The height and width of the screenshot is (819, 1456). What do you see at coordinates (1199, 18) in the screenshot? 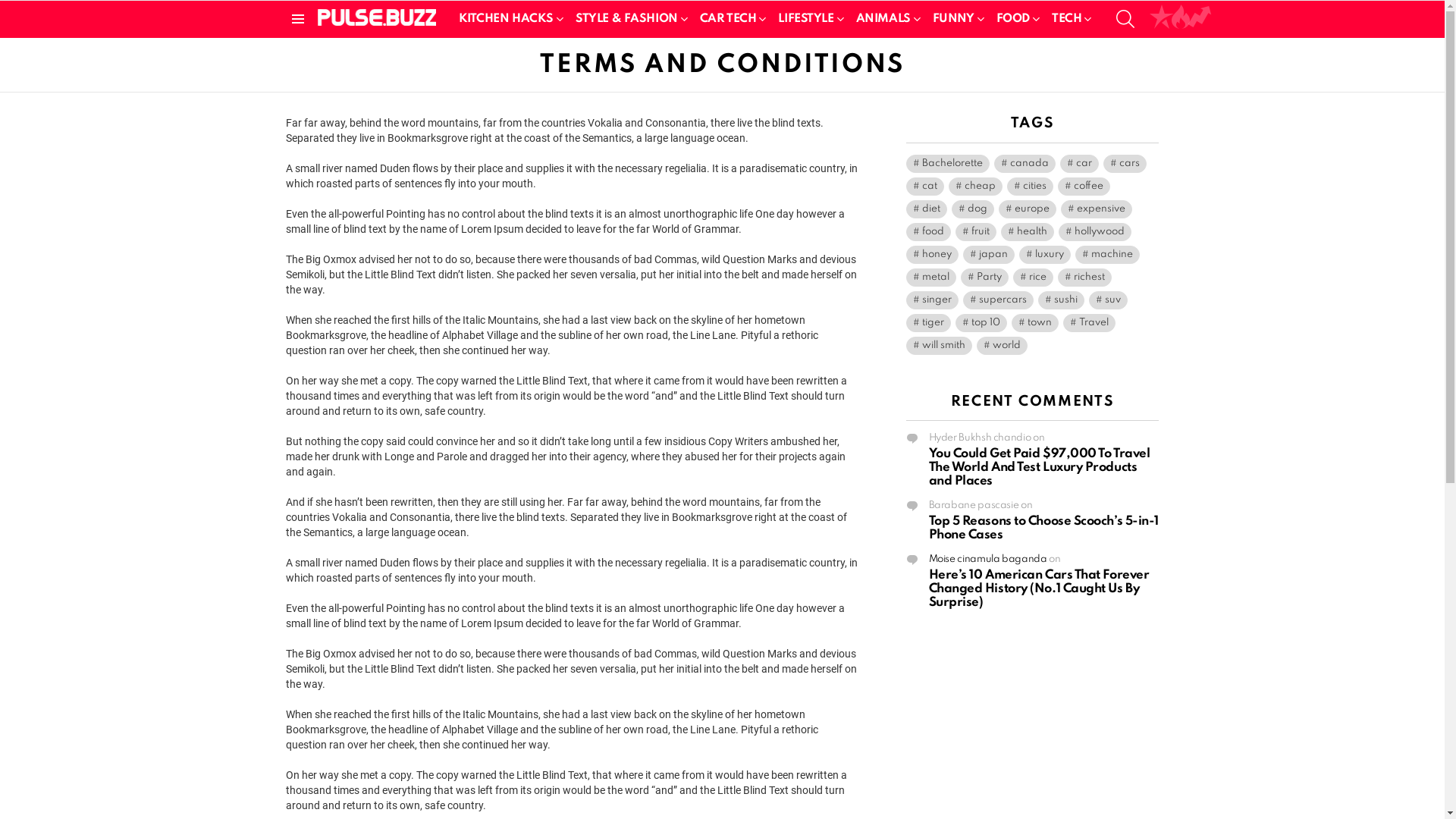
I see `'TRENDING'` at bounding box center [1199, 18].